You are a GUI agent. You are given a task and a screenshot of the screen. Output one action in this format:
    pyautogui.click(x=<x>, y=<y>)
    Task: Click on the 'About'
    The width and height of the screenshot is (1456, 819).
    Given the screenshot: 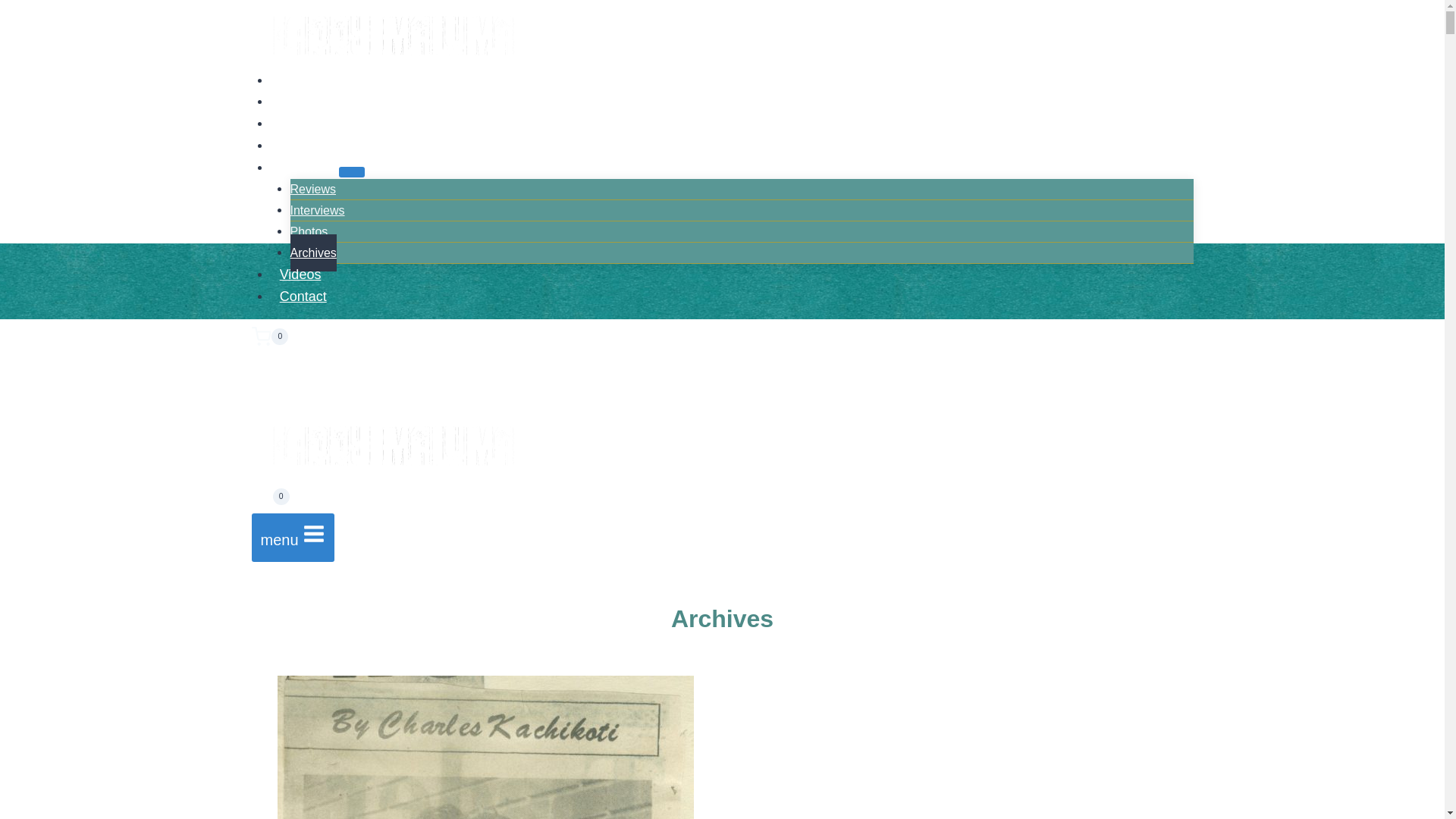 What is the action you would take?
    pyautogui.click(x=297, y=102)
    